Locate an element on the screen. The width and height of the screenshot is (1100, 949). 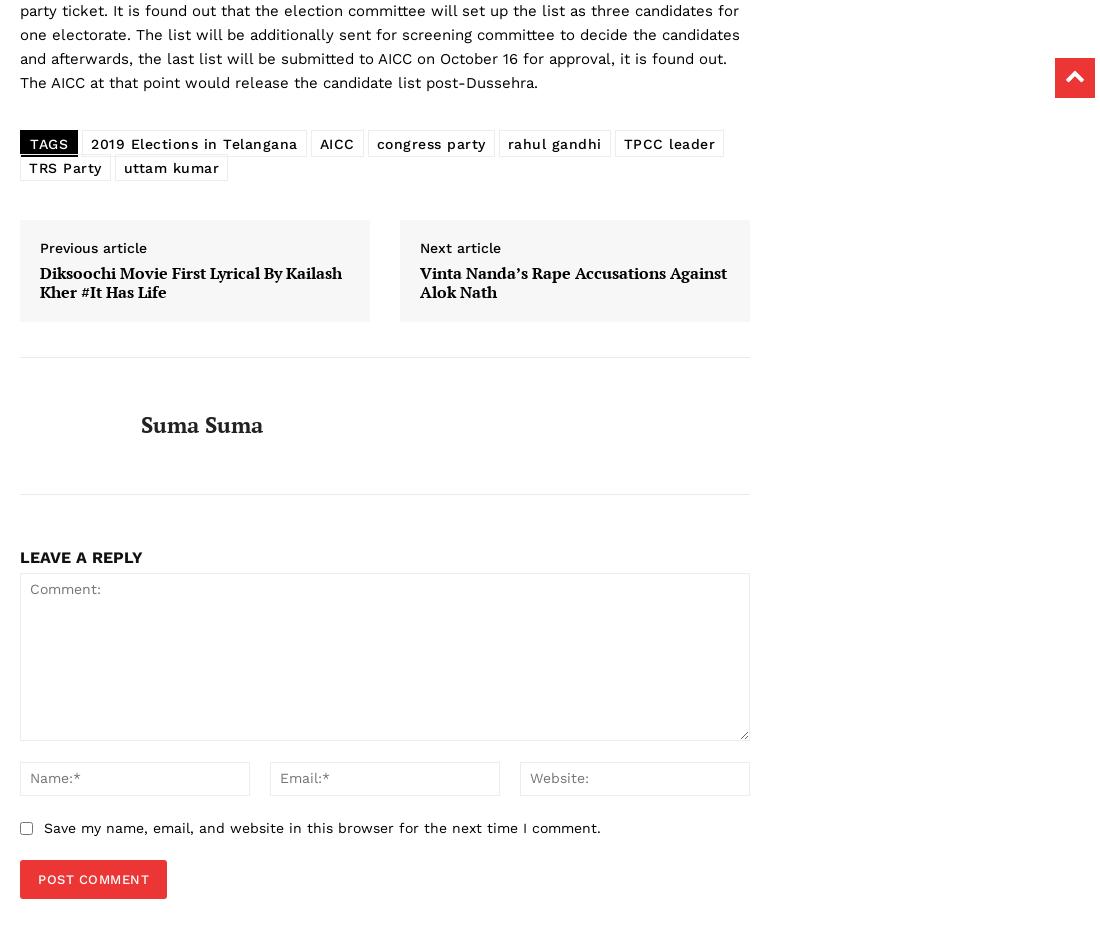
'TRS Party' is located at coordinates (64, 166).